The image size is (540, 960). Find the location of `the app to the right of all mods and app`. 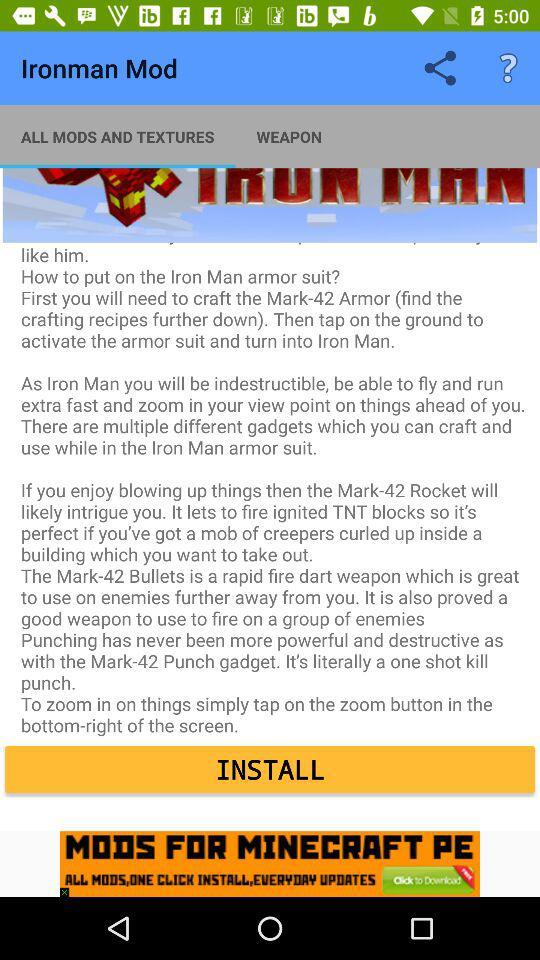

the app to the right of all mods and app is located at coordinates (288, 135).